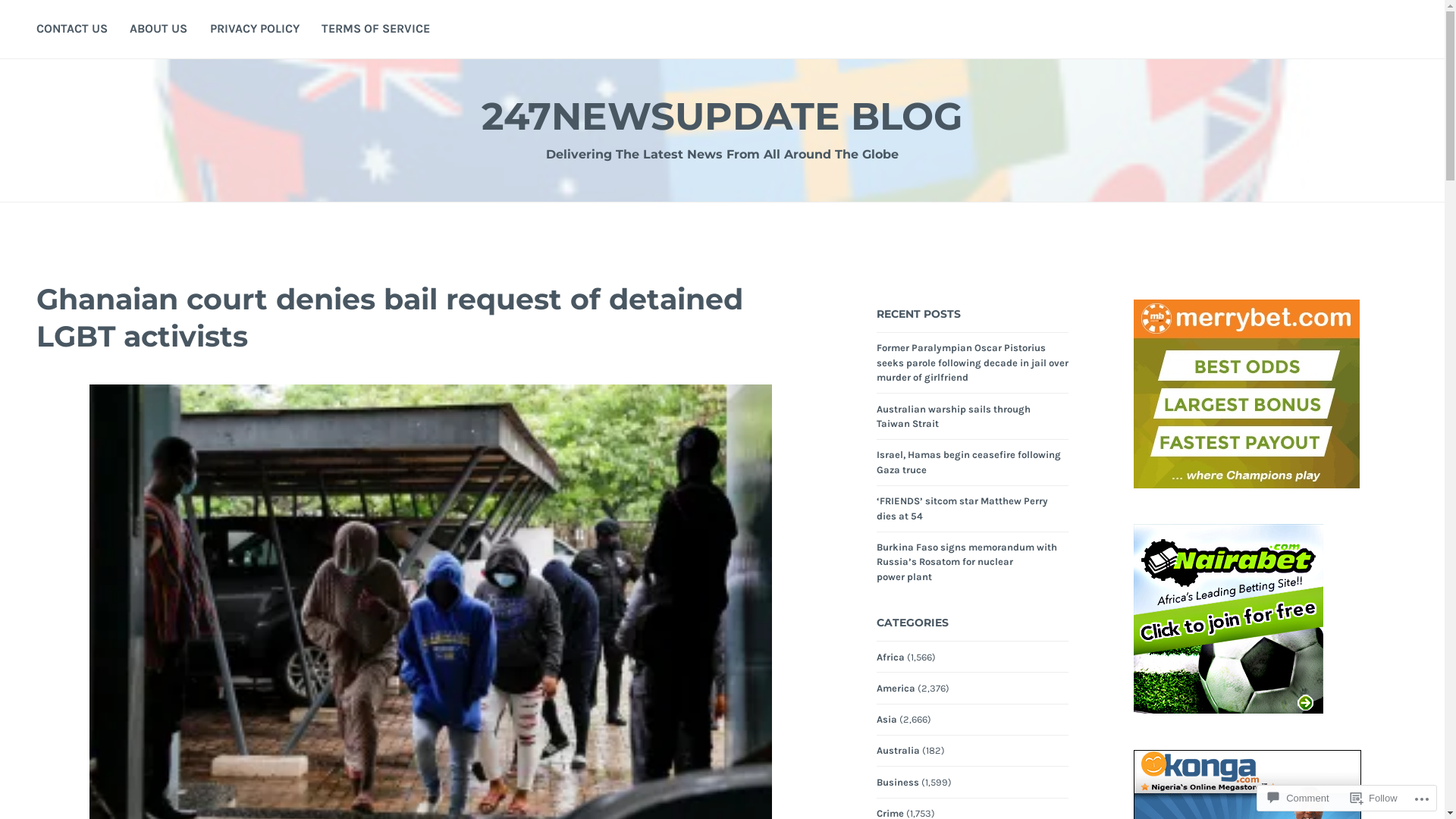 This screenshot has width=1456, height=819. I want to click on 'ABOUT US', so click(130, 29).